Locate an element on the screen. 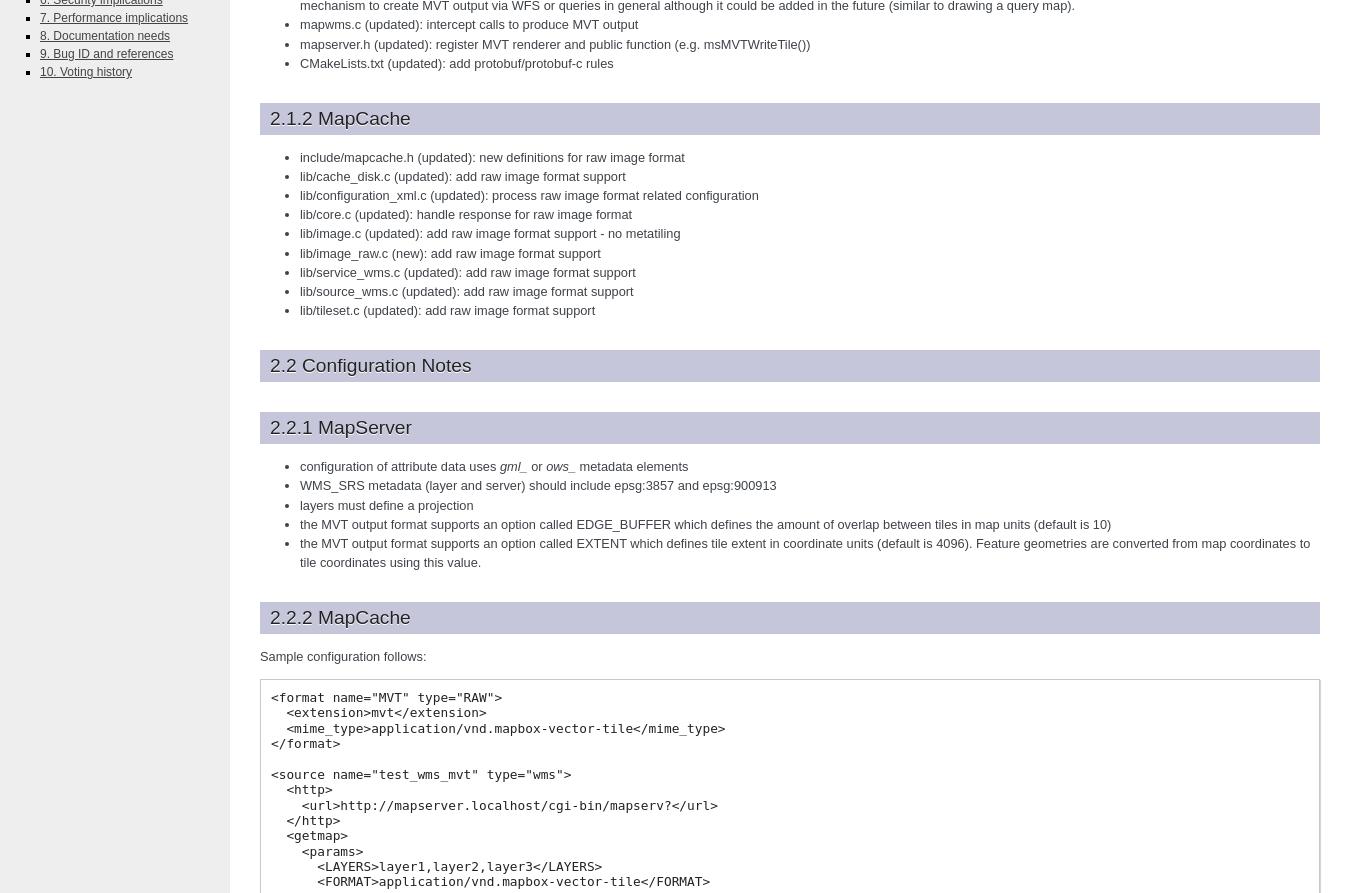  '2.2.2 MapCache' is located at coordinates (269, 617).